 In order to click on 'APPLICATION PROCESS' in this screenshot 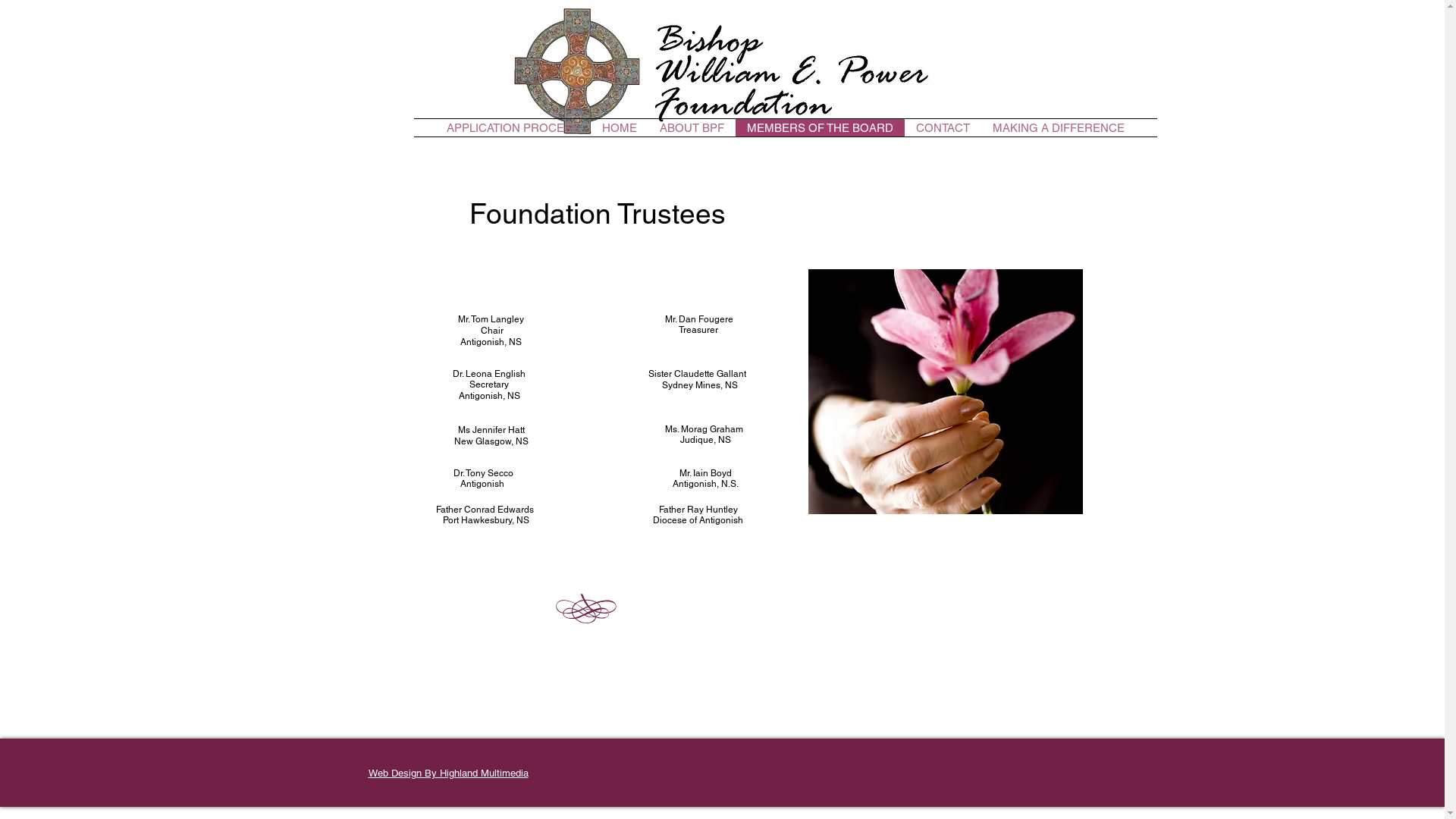, I will do `click(513, 127)`.